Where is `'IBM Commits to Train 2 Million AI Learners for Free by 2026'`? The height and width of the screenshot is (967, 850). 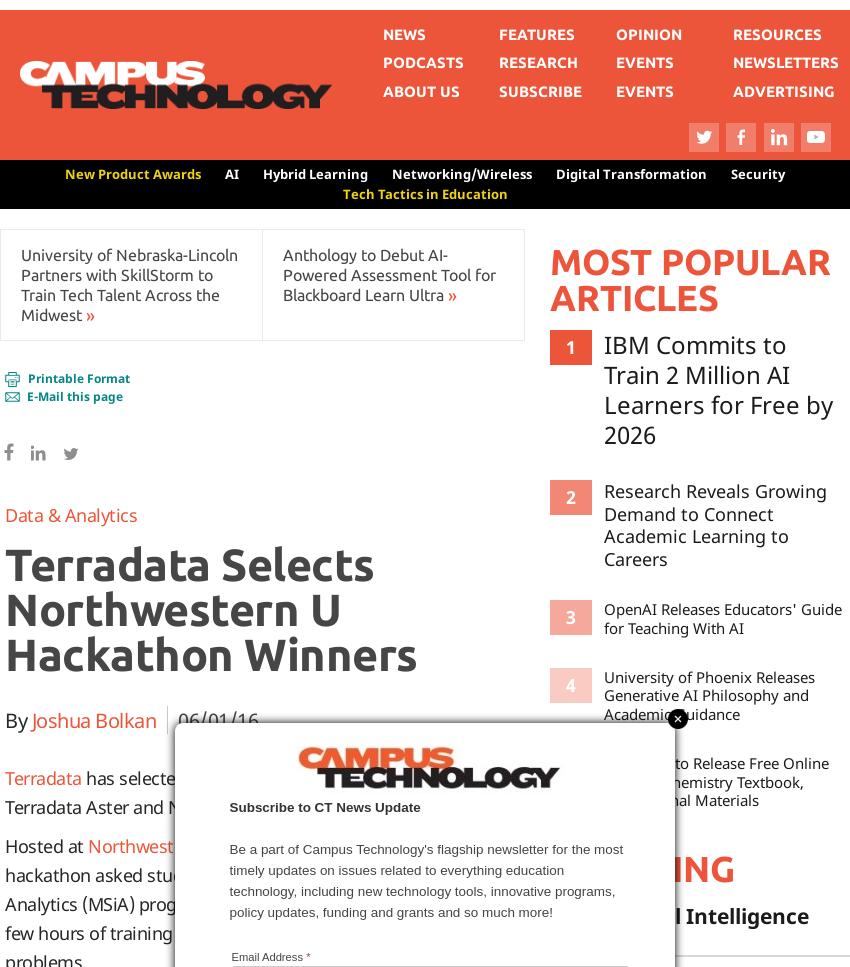
'IBM Commits to Train 2 Million AI Learners for Free by 2026' is located at coordinates (717, 389).